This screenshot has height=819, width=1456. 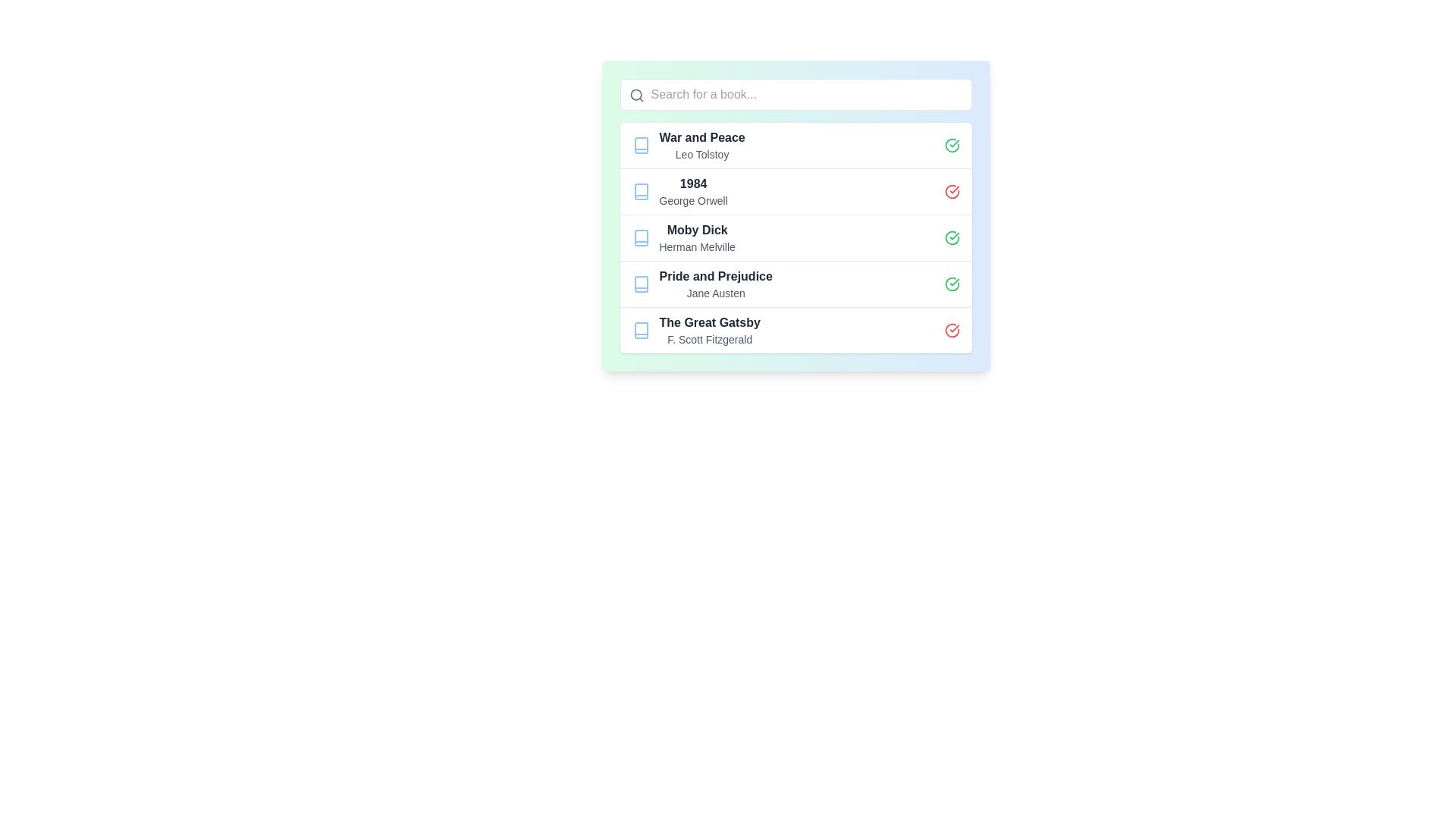 What do you see at coordinates (795, 216) in the screenshot?
I see `the list item displaying the third book entry, which has a gradient background, rounded corners, and shadow effect, containing the title and author subtitle` at bounding box center [795, 216].